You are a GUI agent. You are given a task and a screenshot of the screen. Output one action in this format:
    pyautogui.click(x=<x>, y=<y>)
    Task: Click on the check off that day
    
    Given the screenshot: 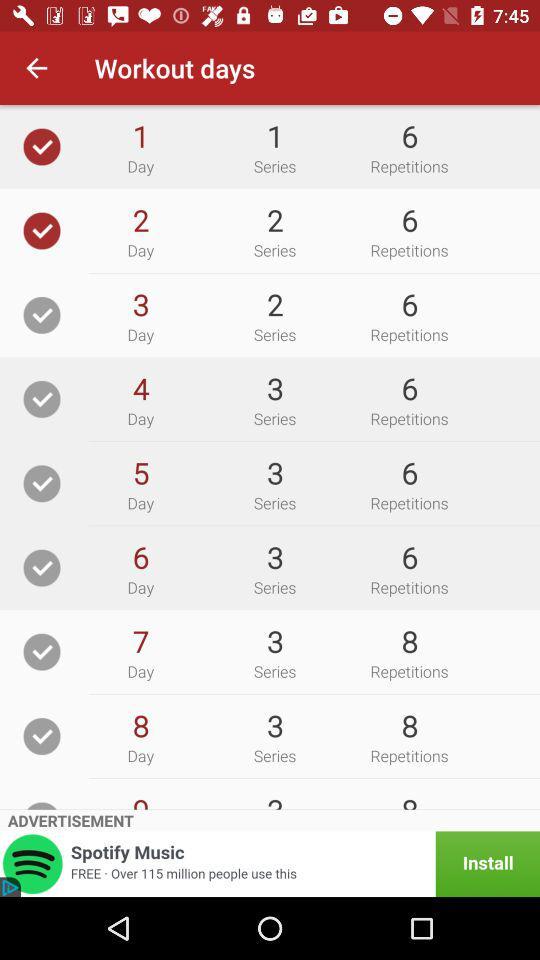 What is the action you would take?
    pyautogui.click(x=42, y=735)
    